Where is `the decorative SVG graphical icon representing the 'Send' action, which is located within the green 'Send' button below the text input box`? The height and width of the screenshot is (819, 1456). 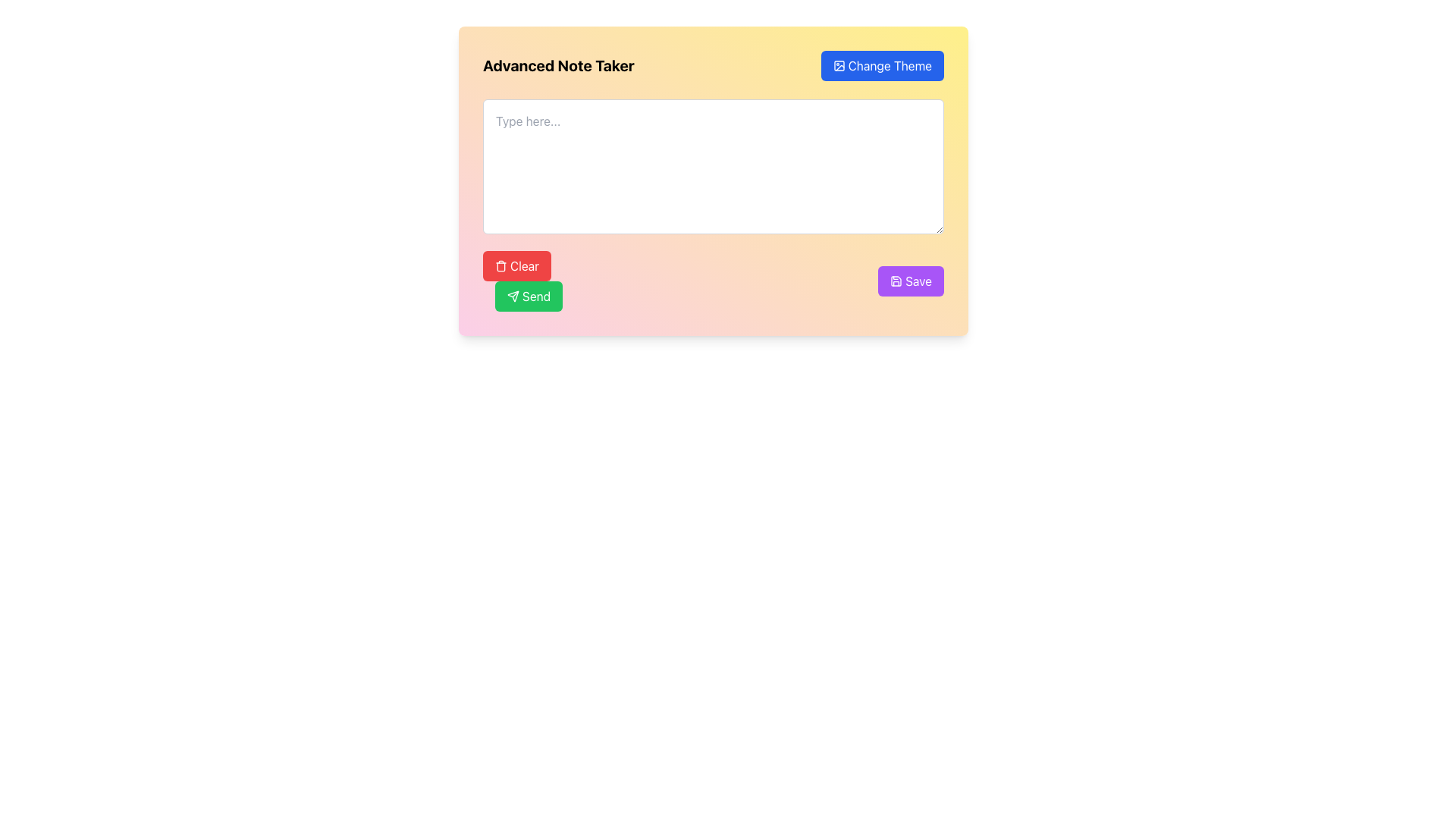
the decorative SVG graphical icon representing the 'Send' action, which is located within the green 'Send' button below the text input box is located at coordinates (513, 296).